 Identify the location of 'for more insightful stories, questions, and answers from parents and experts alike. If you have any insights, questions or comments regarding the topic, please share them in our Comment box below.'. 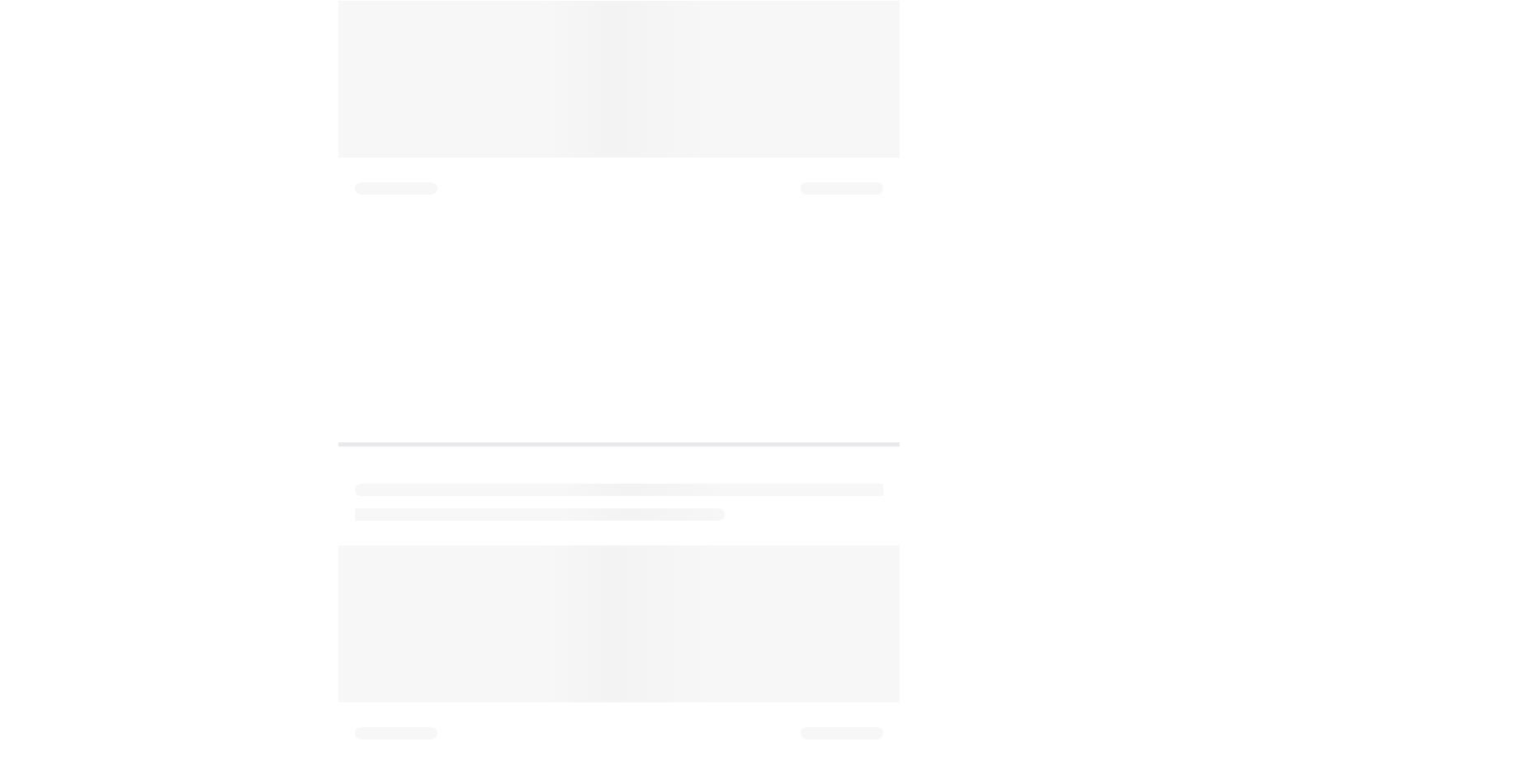
(353, 201).